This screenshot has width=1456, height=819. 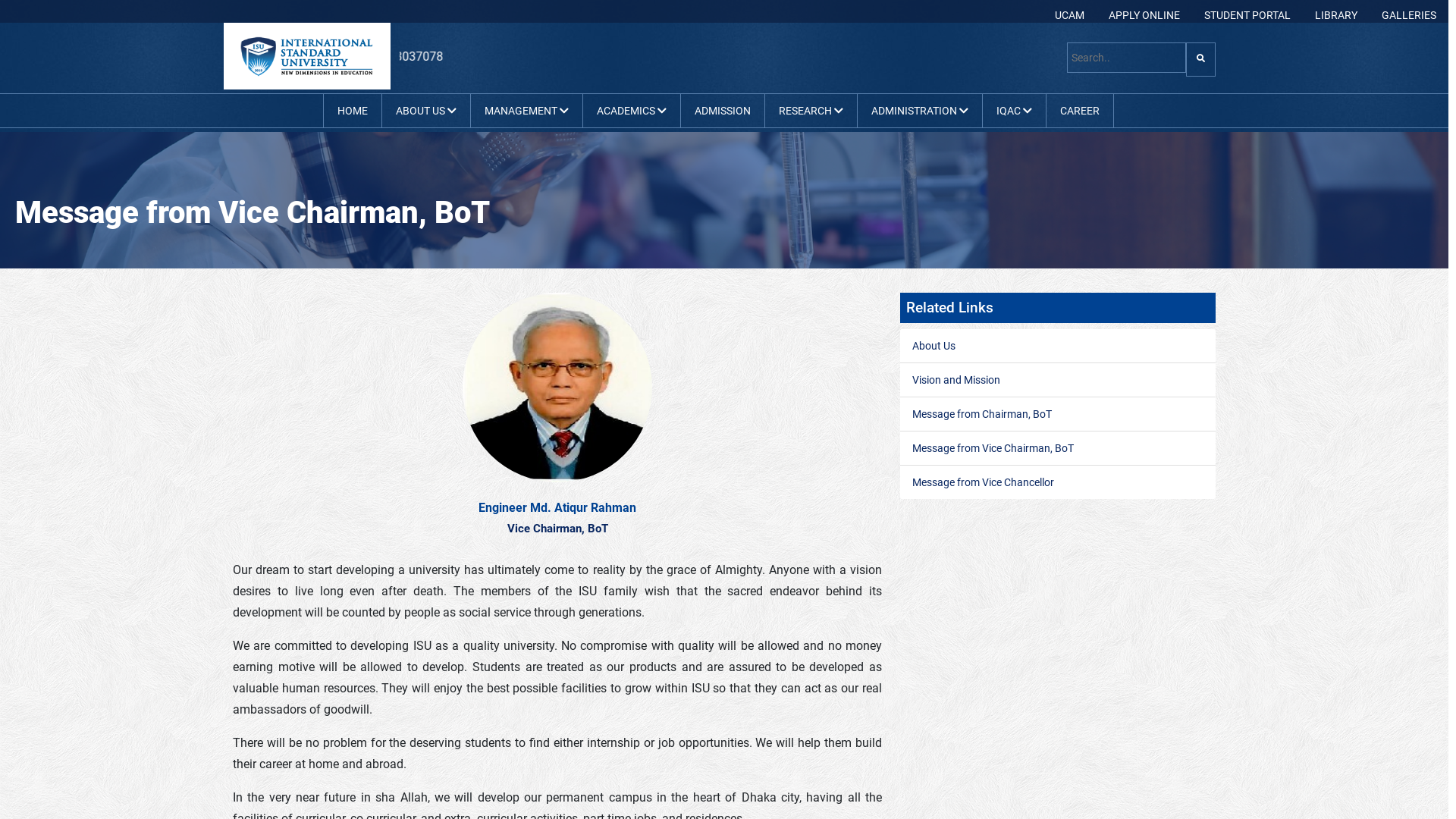 I want to click on 'ABOUT US', so click(x=425, y=110).